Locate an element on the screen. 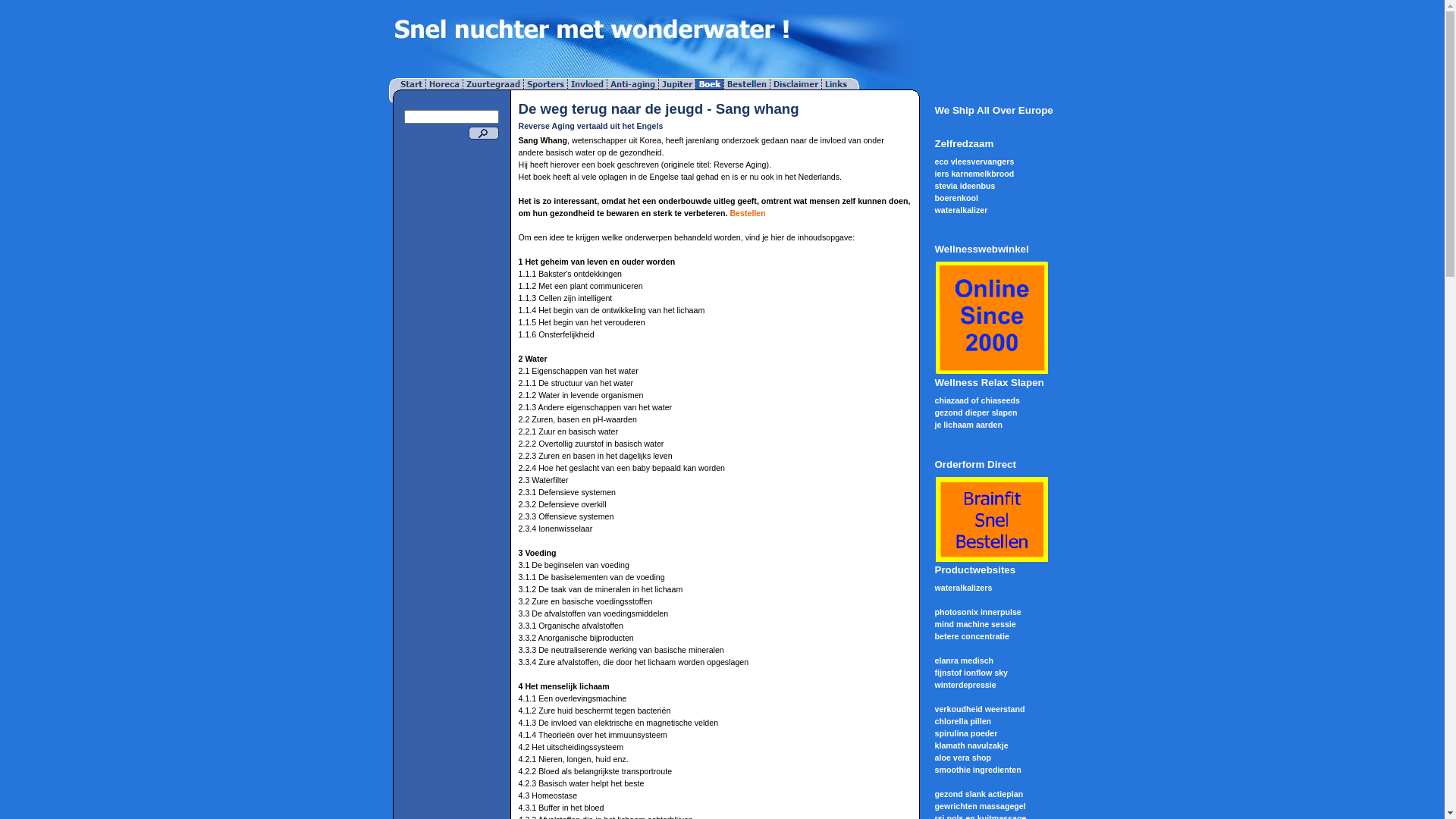 The image size is (1456, 819). 'gewrichten massagegel' is located at coordinates (979, 805).